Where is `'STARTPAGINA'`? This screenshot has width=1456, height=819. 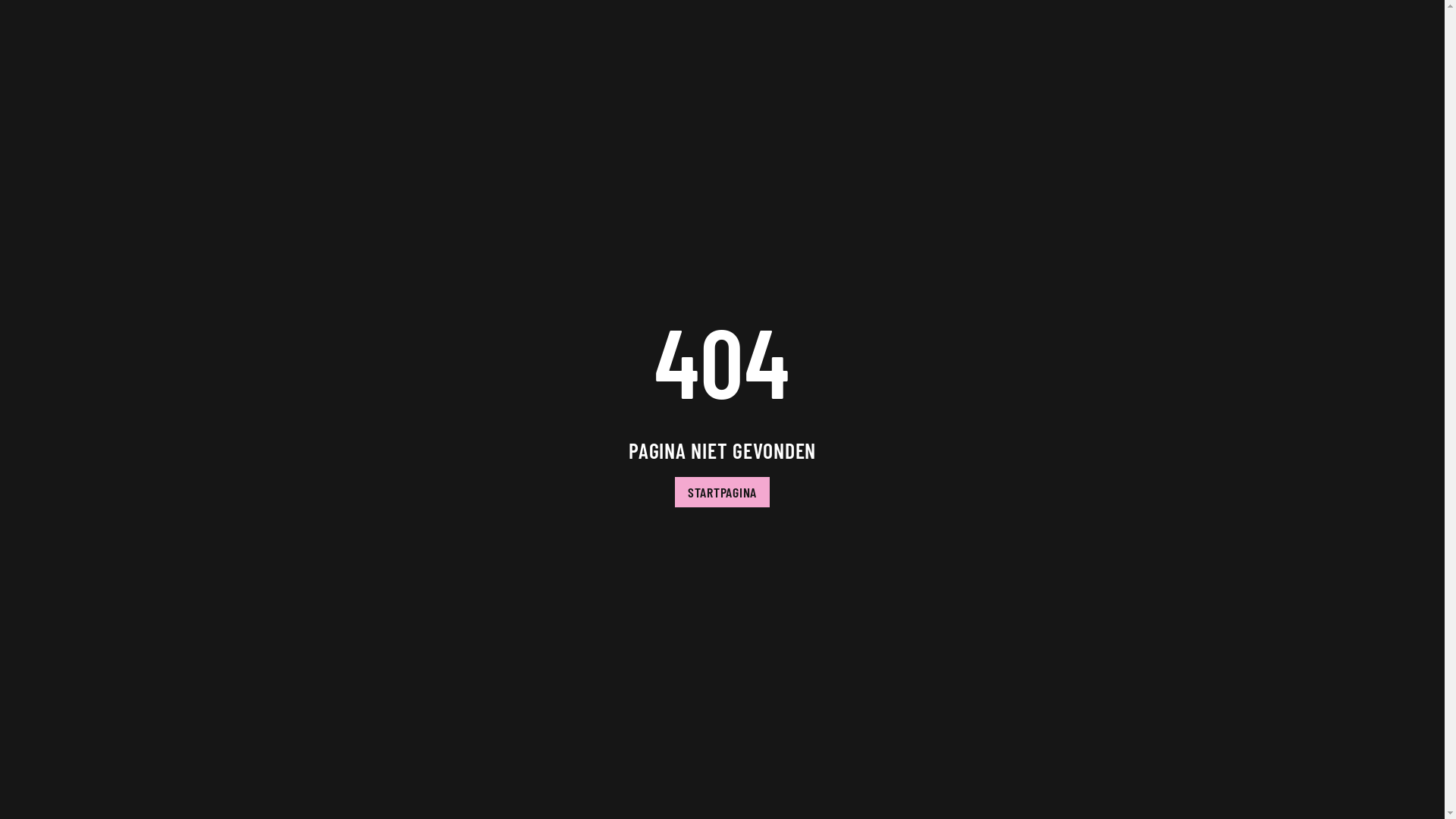
'STARTPAGINA' is located at coordinates (721, 491).